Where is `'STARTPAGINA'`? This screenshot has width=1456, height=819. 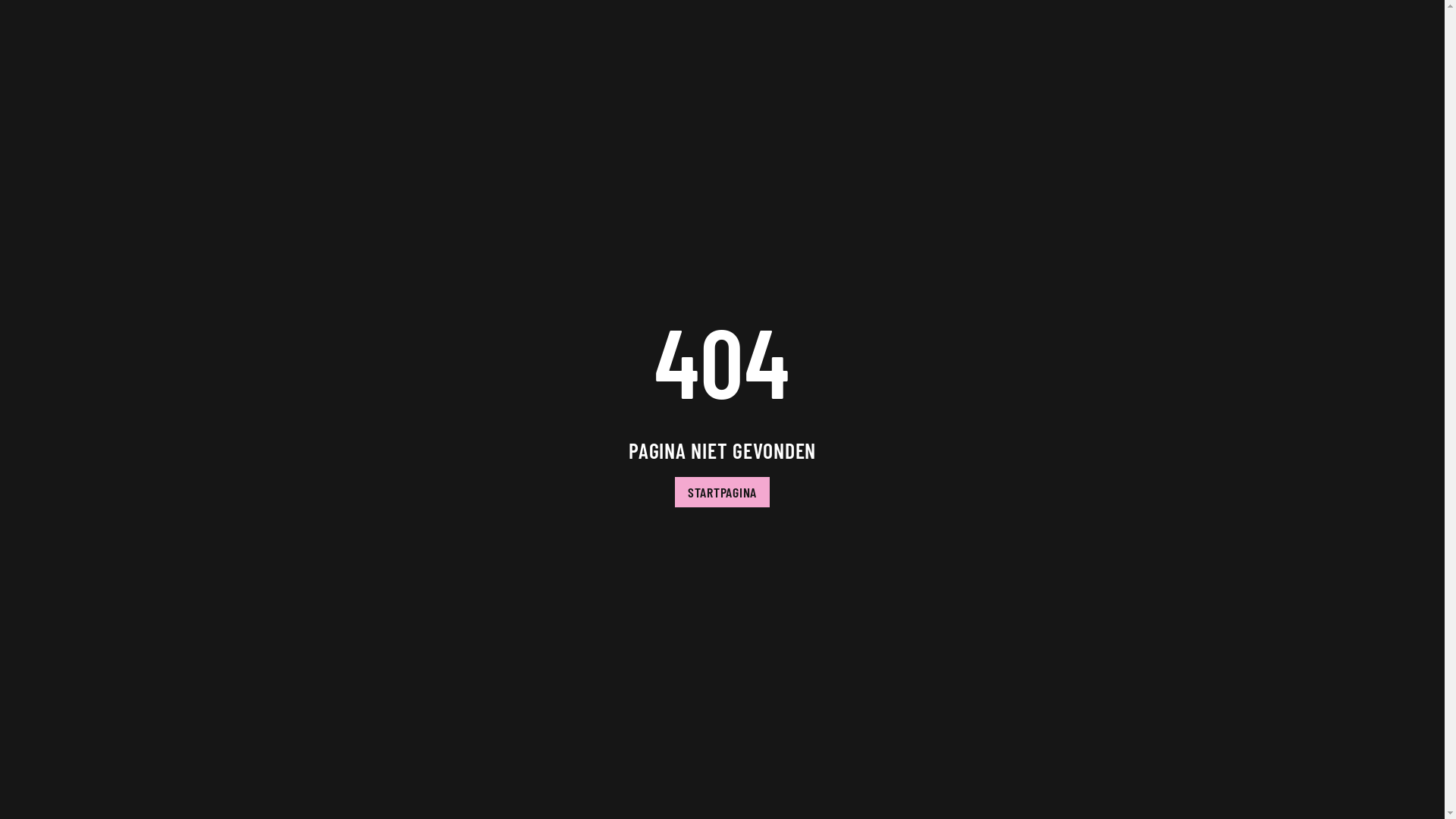
'STARTPAGINA' is located at coordinates (721, 491).